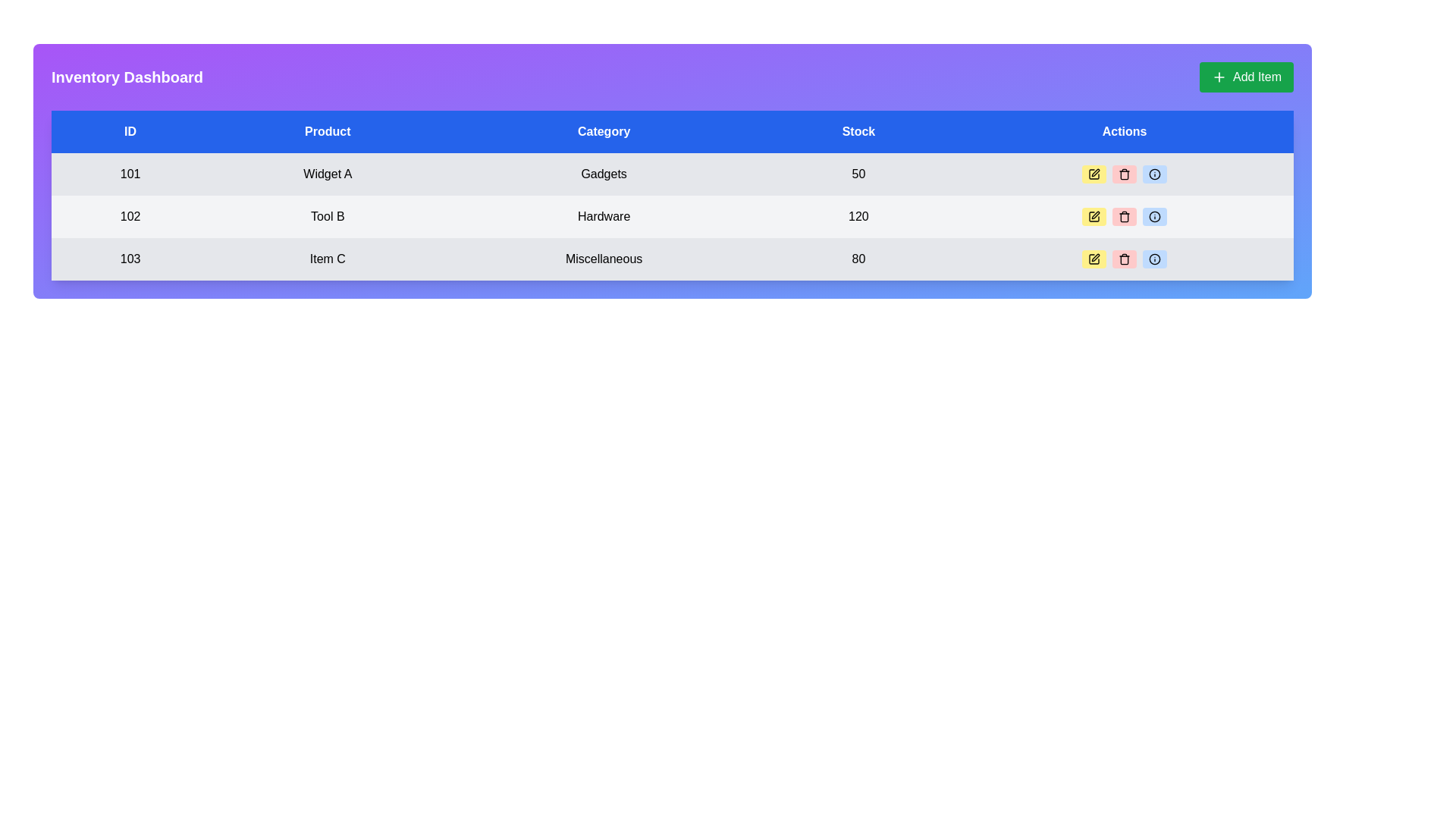 The height and width of the screenshot is (819, 1456). I want to click on the static text element displaying the numerical value '80' located in the fourth column of the third row under the 'Stock' header in the data table, so click(858, 259).